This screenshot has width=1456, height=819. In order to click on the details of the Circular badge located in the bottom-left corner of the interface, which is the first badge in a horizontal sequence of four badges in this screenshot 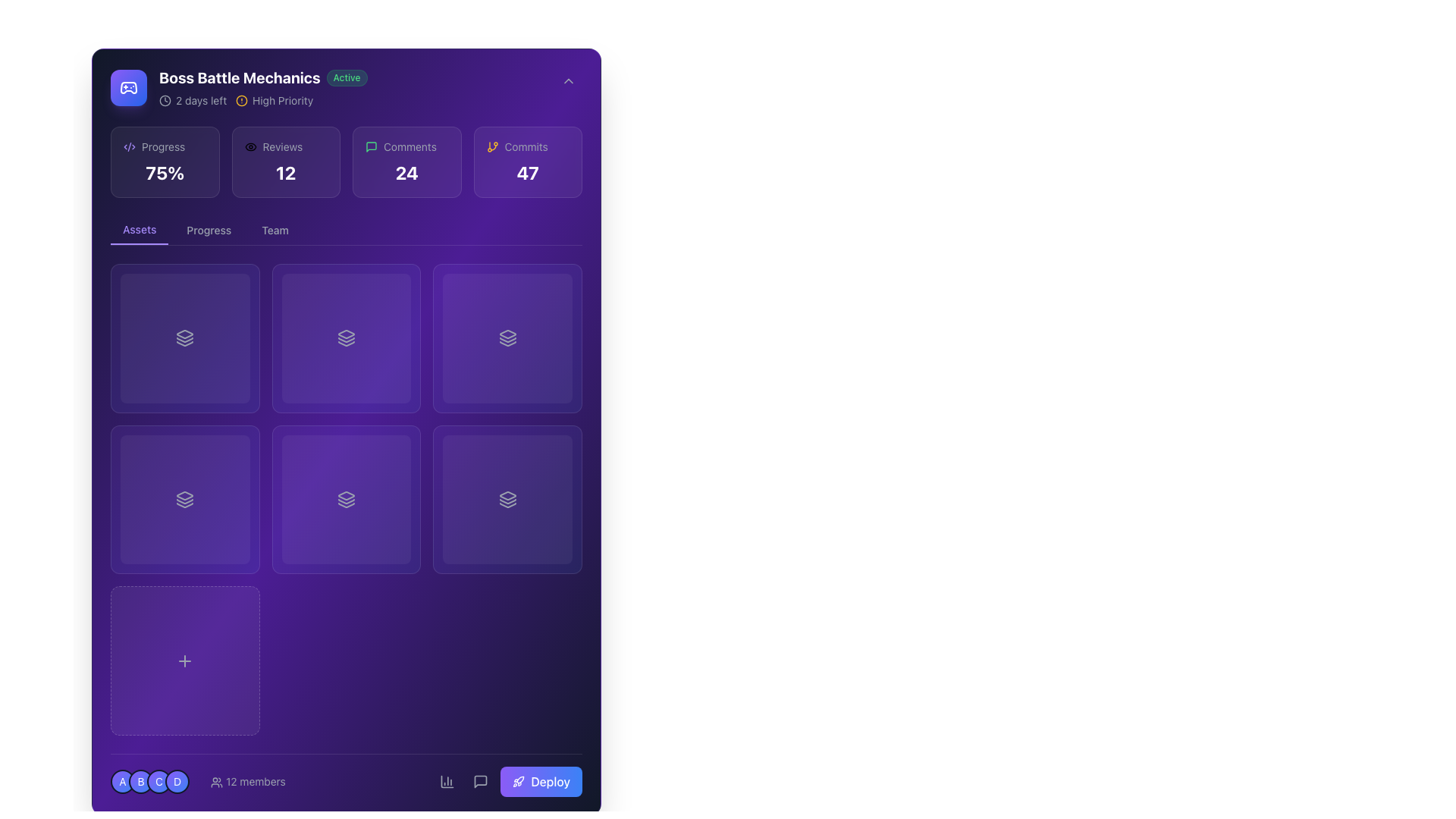, I will do `click(123, 781)`.